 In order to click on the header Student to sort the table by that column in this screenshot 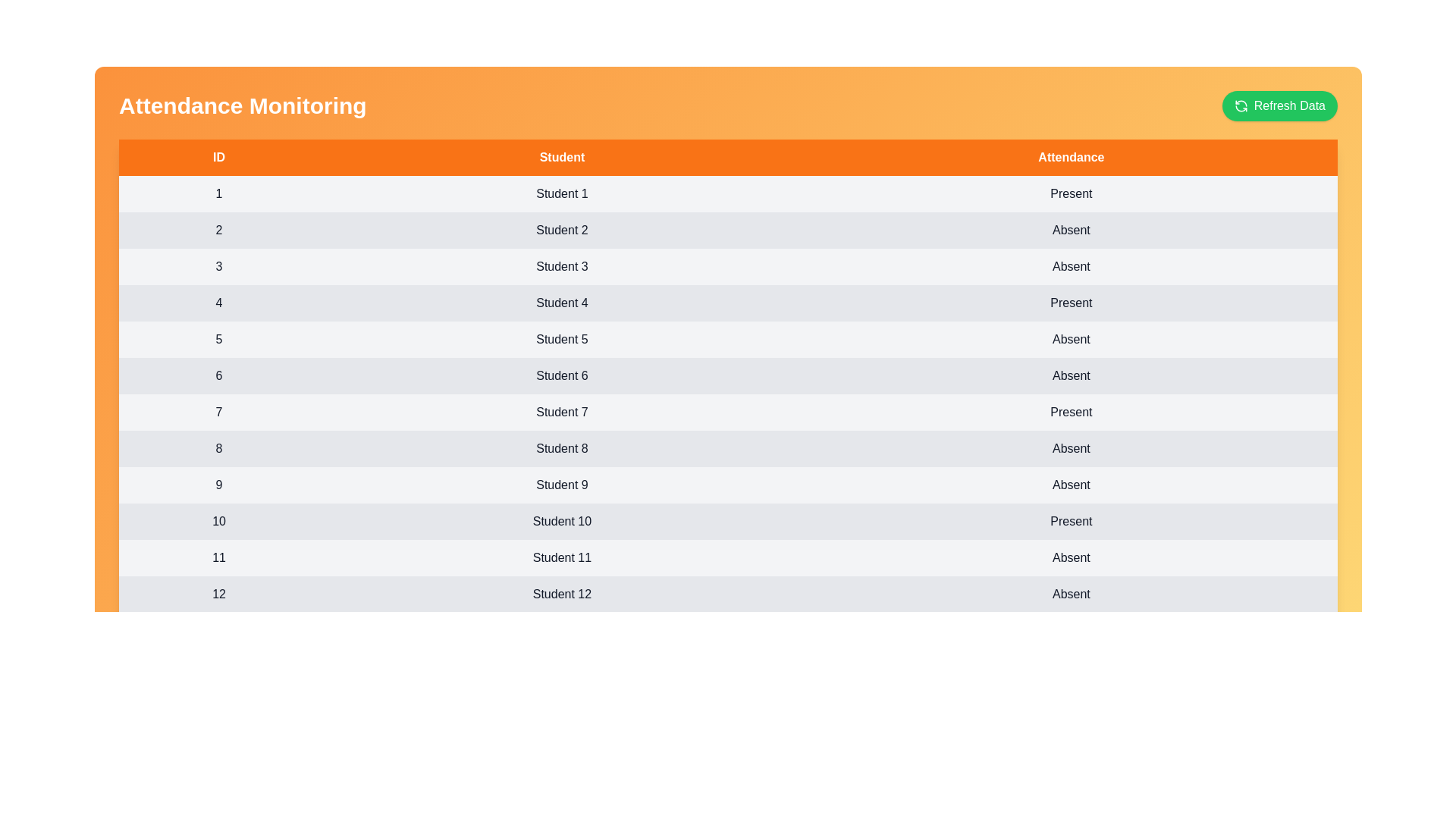, I will do `click(560, 158)`.